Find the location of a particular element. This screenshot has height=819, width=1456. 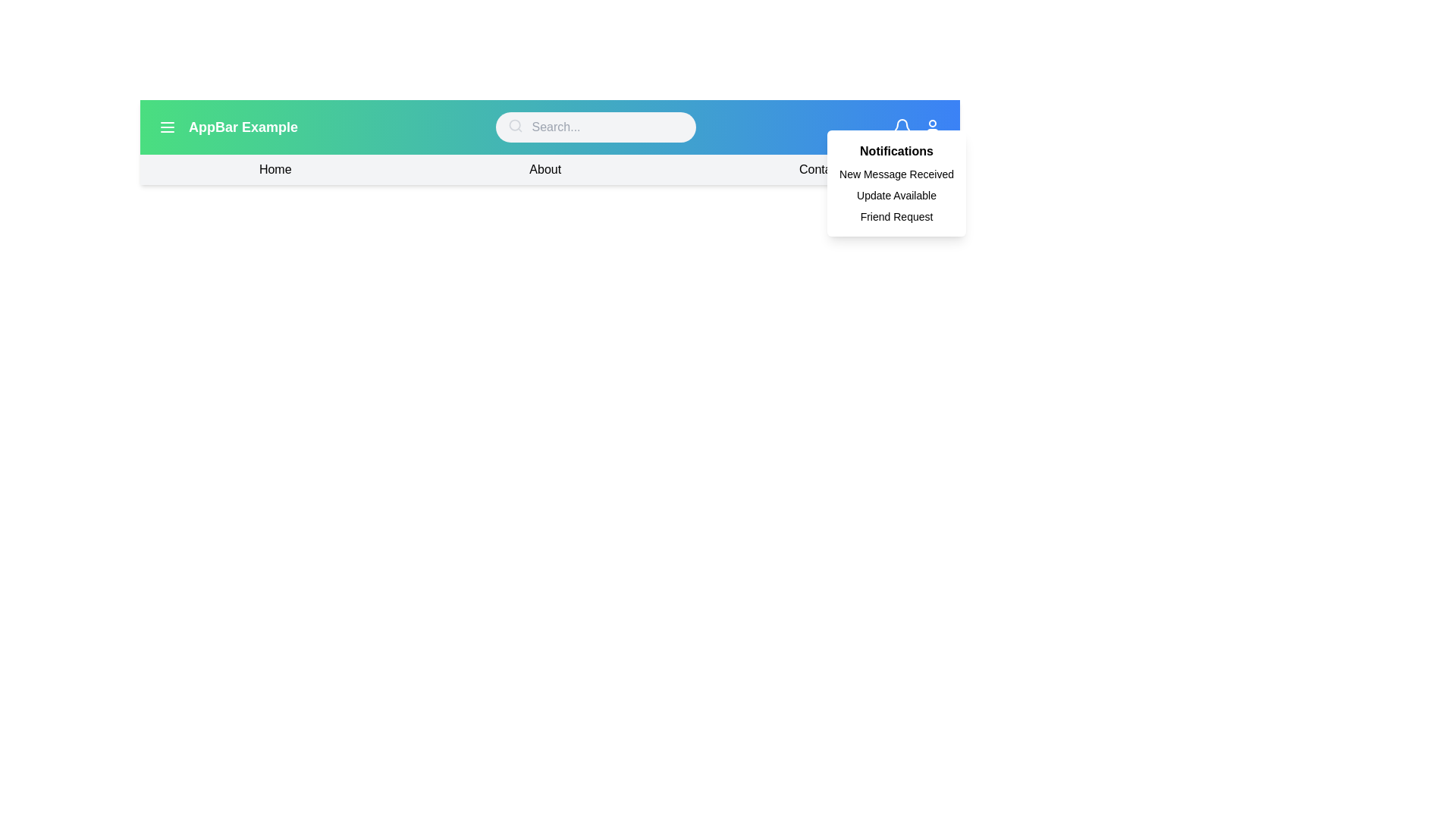

the user icon to view the user profile is located at coordinates (931, 127).